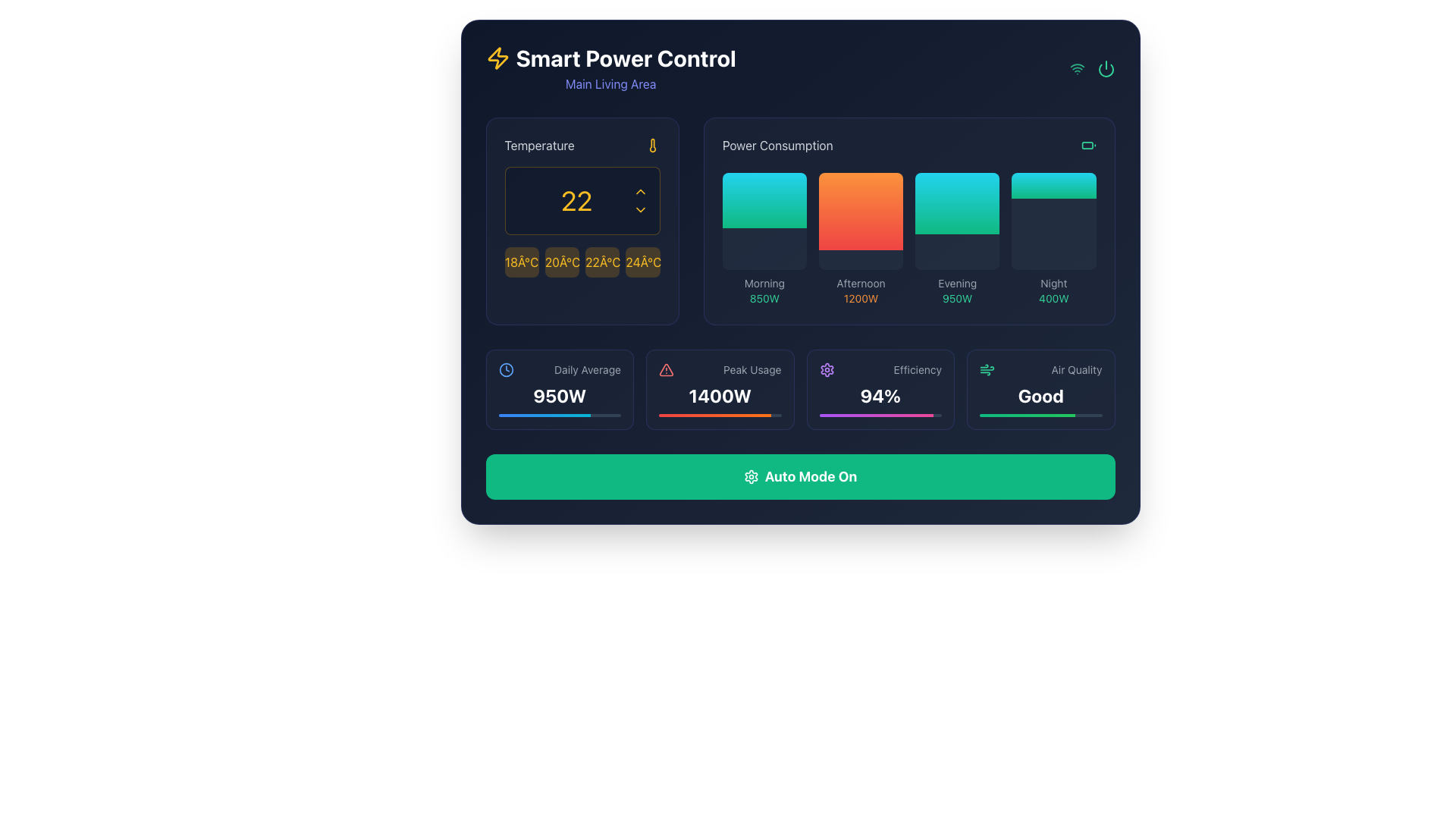  Describe the element at coordinates (610, 58) in the screenshot. I see `the bold text label "Smart Power Control" with an amber lightning bolt icon, located at the top of the interface within the header section` at that location.